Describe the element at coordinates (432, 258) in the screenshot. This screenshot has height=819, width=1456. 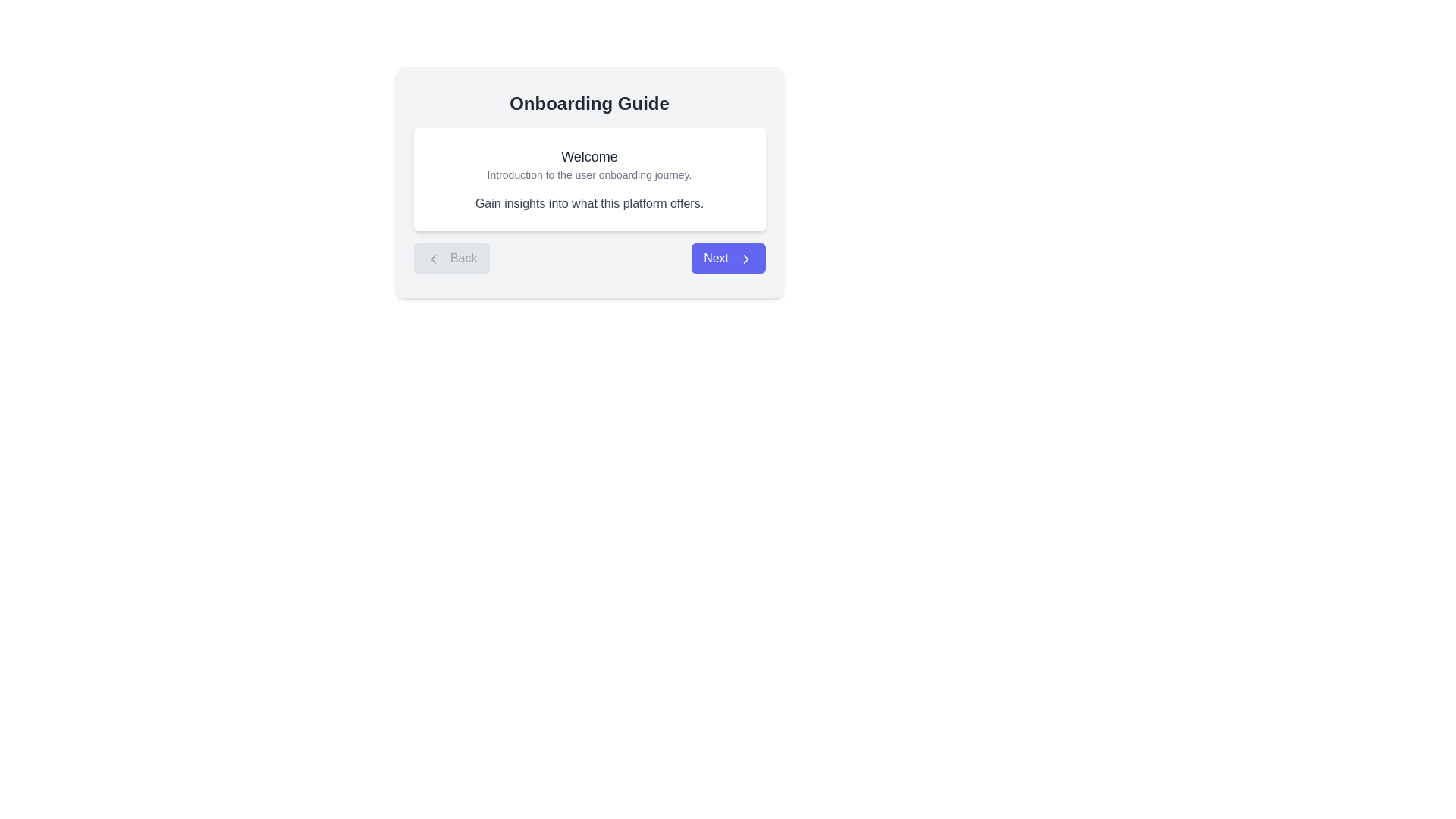
I see `the chevron icon indicating navigation to the previous step, located within the back button area at the lower left of the onboarding card` at that location.